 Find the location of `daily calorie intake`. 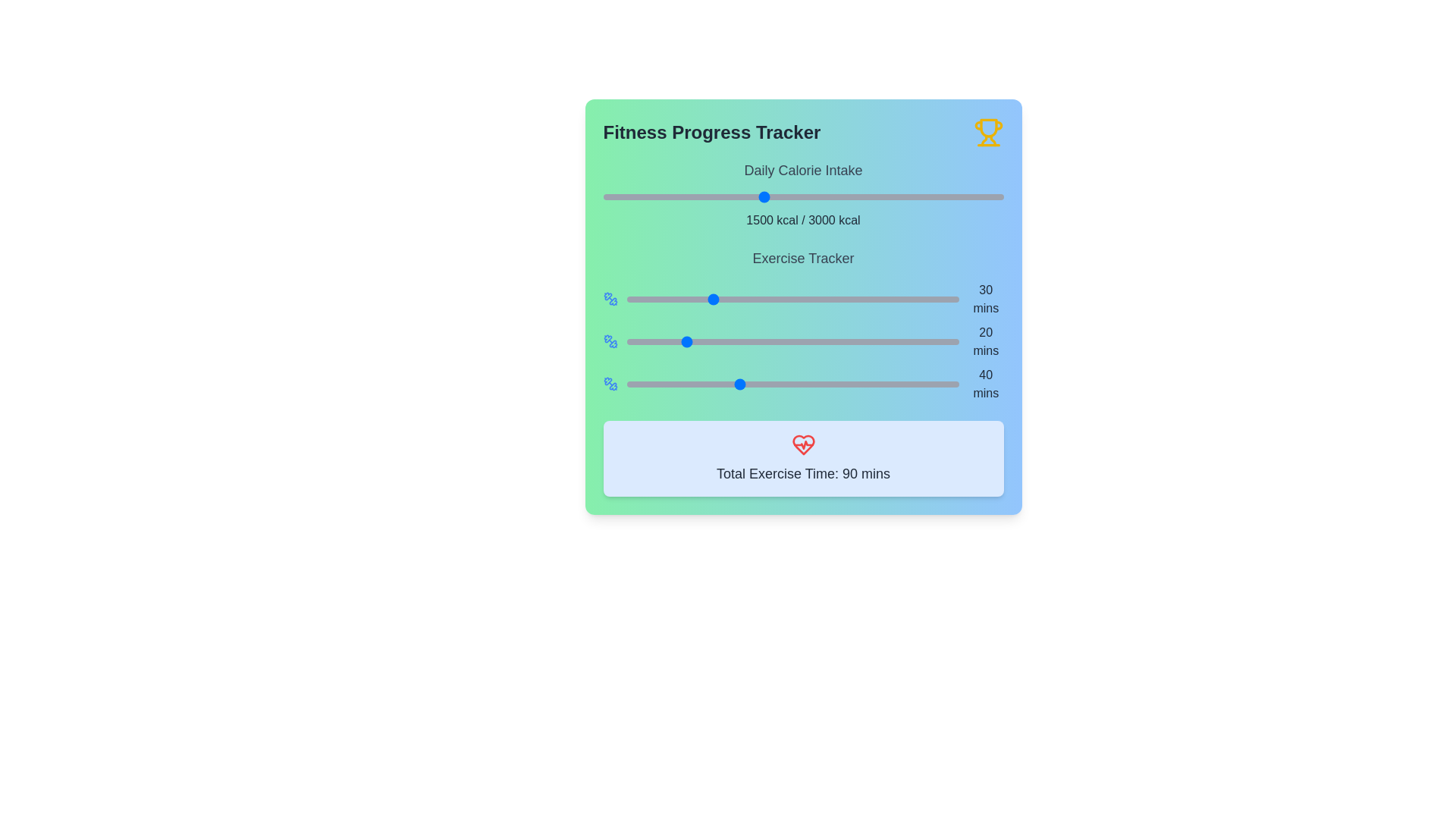

daily calorie intake is located at coordinates (871, 196).